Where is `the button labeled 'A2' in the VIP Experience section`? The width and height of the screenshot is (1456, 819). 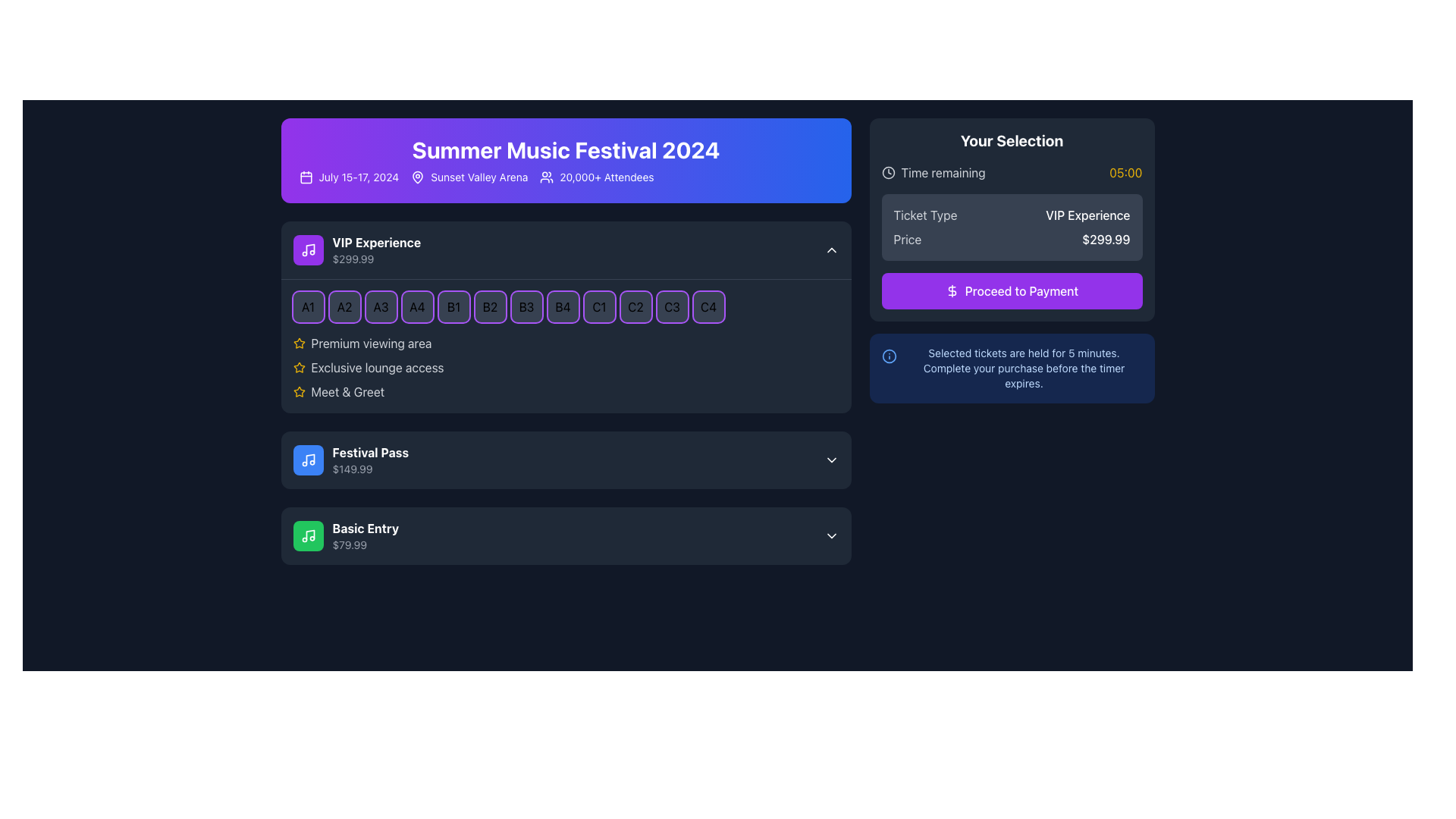 the button labeled 'A2' in the VIP Experience section is located at coordinates (344, 307).